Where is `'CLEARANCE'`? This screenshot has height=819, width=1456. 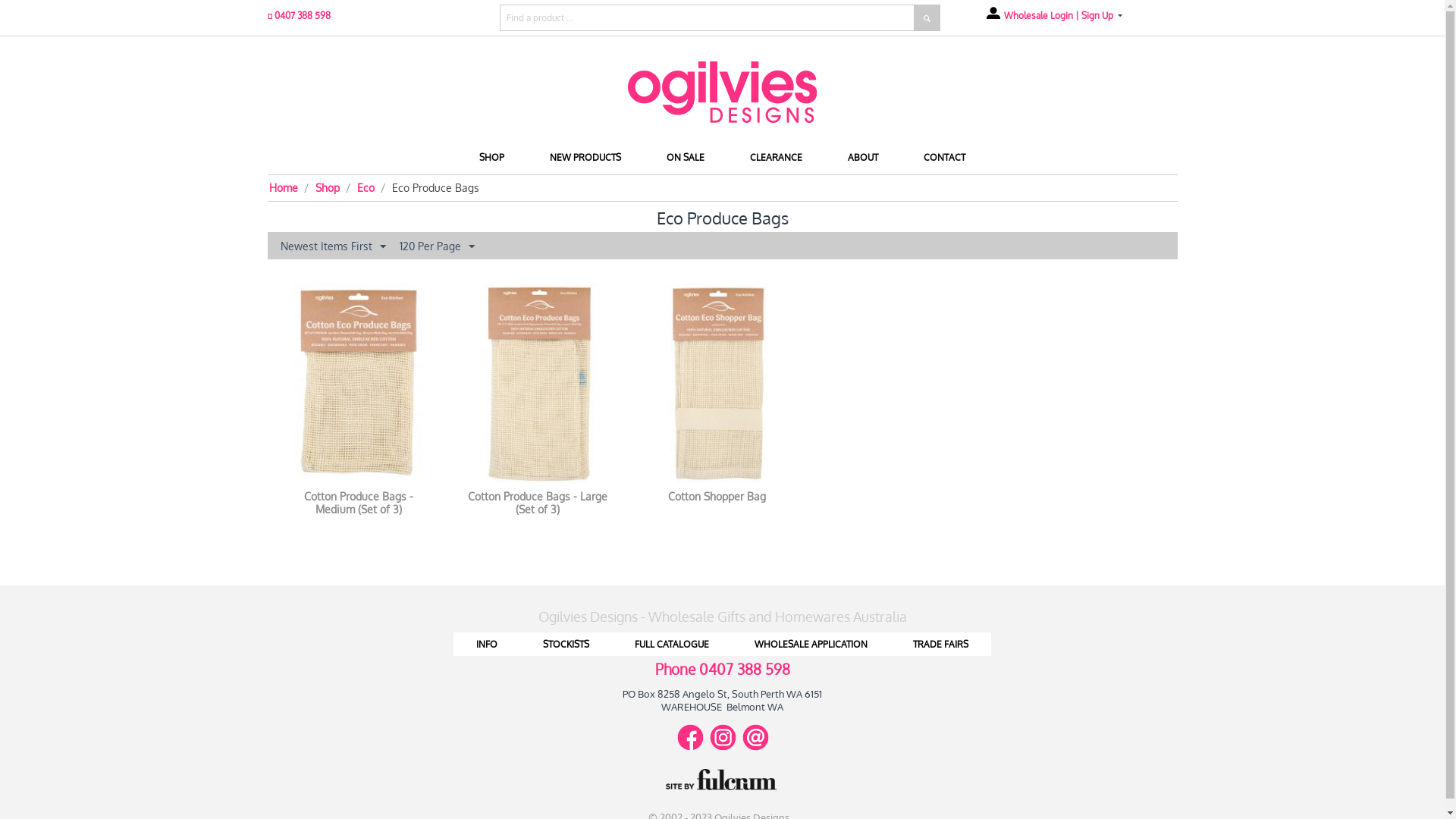 'CLEARANCE' is located at coordinates (776, 157).